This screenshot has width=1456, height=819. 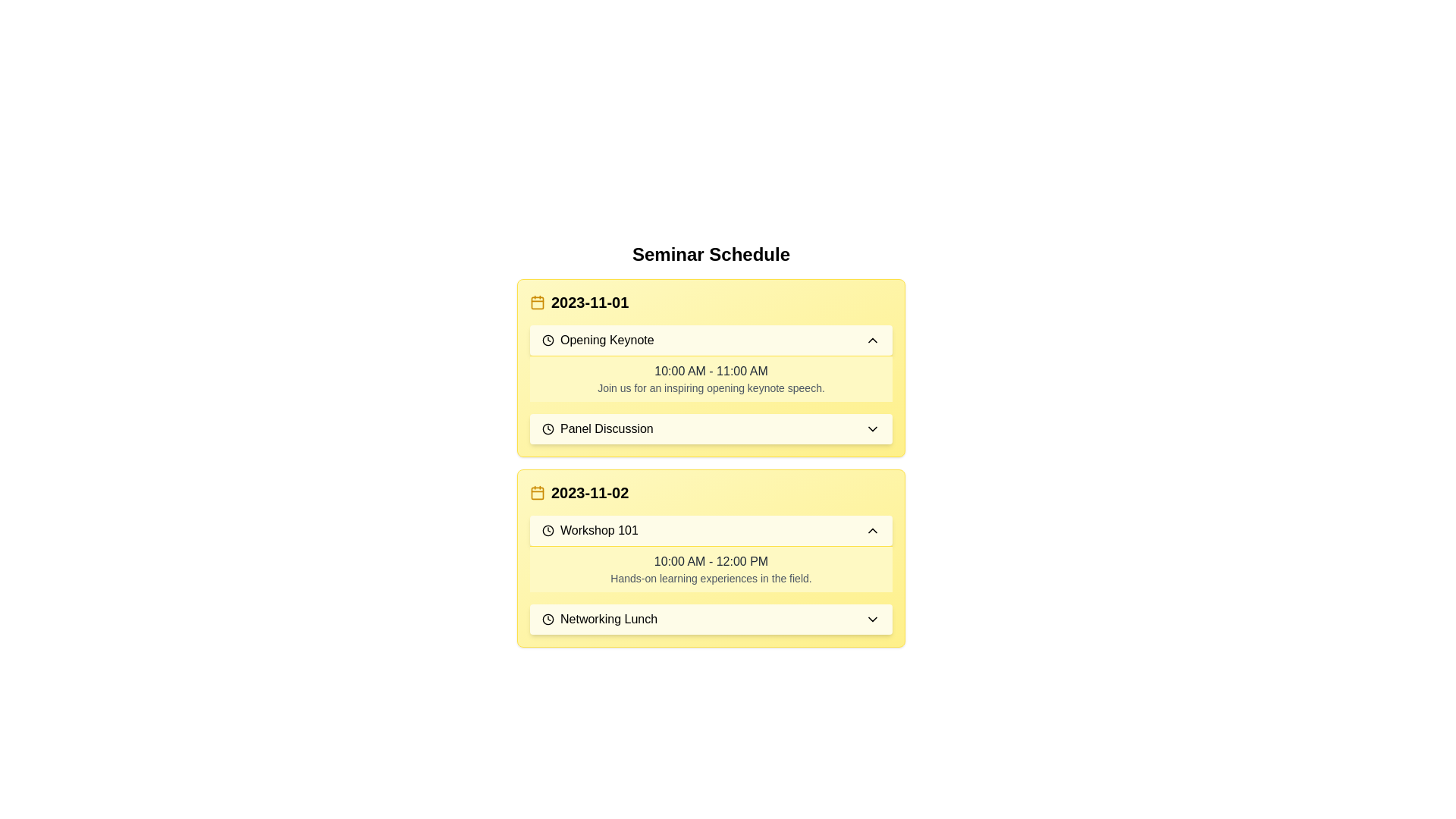 What do you see at coordinates (538, 493) in the screenshot?
I see `the calendar icon located adjacent to the date '2023-11-02'` at bounding box center [538, 493].